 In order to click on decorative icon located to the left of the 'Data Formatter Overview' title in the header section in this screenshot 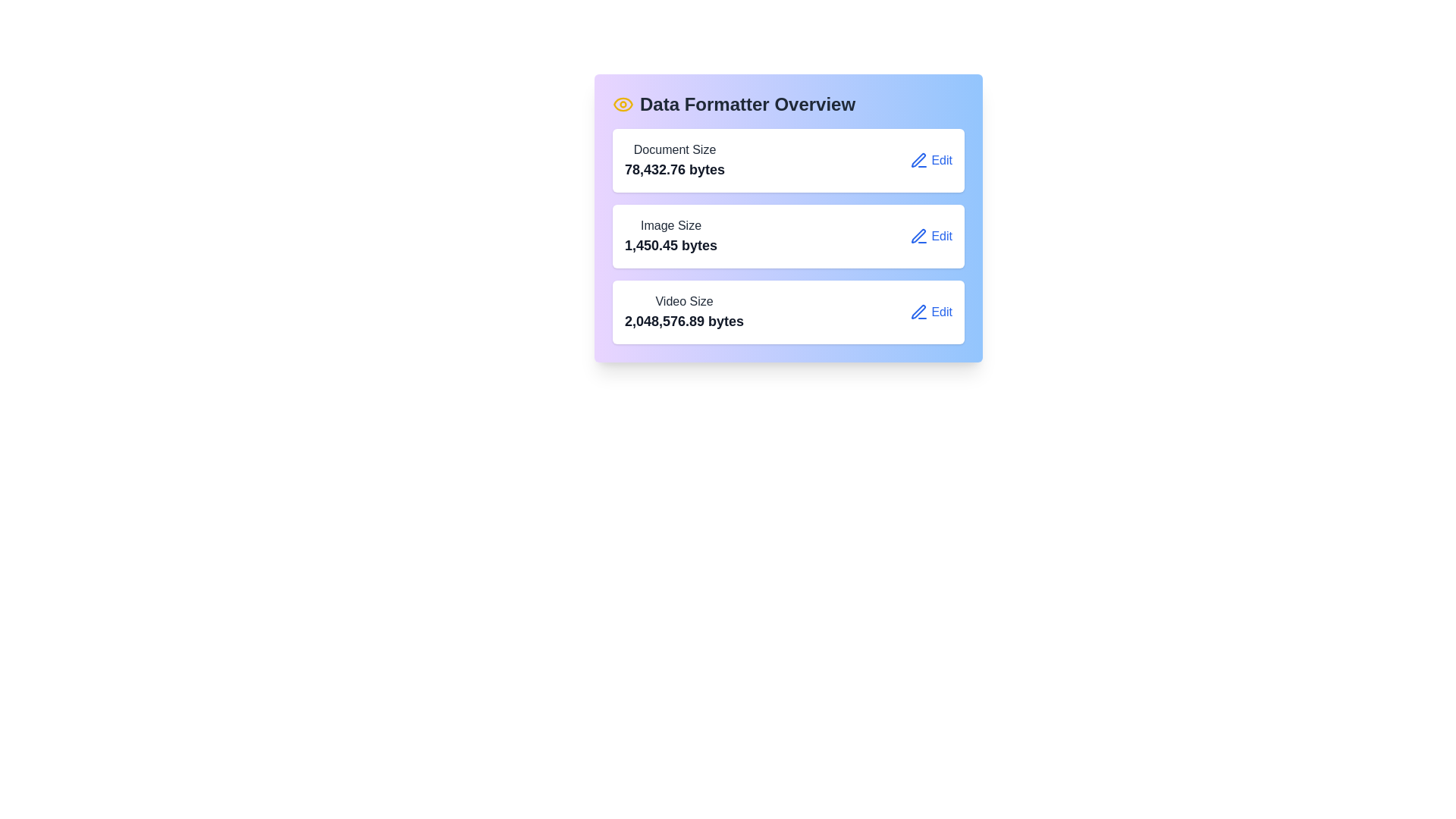, I will do `click(623, 104)`.